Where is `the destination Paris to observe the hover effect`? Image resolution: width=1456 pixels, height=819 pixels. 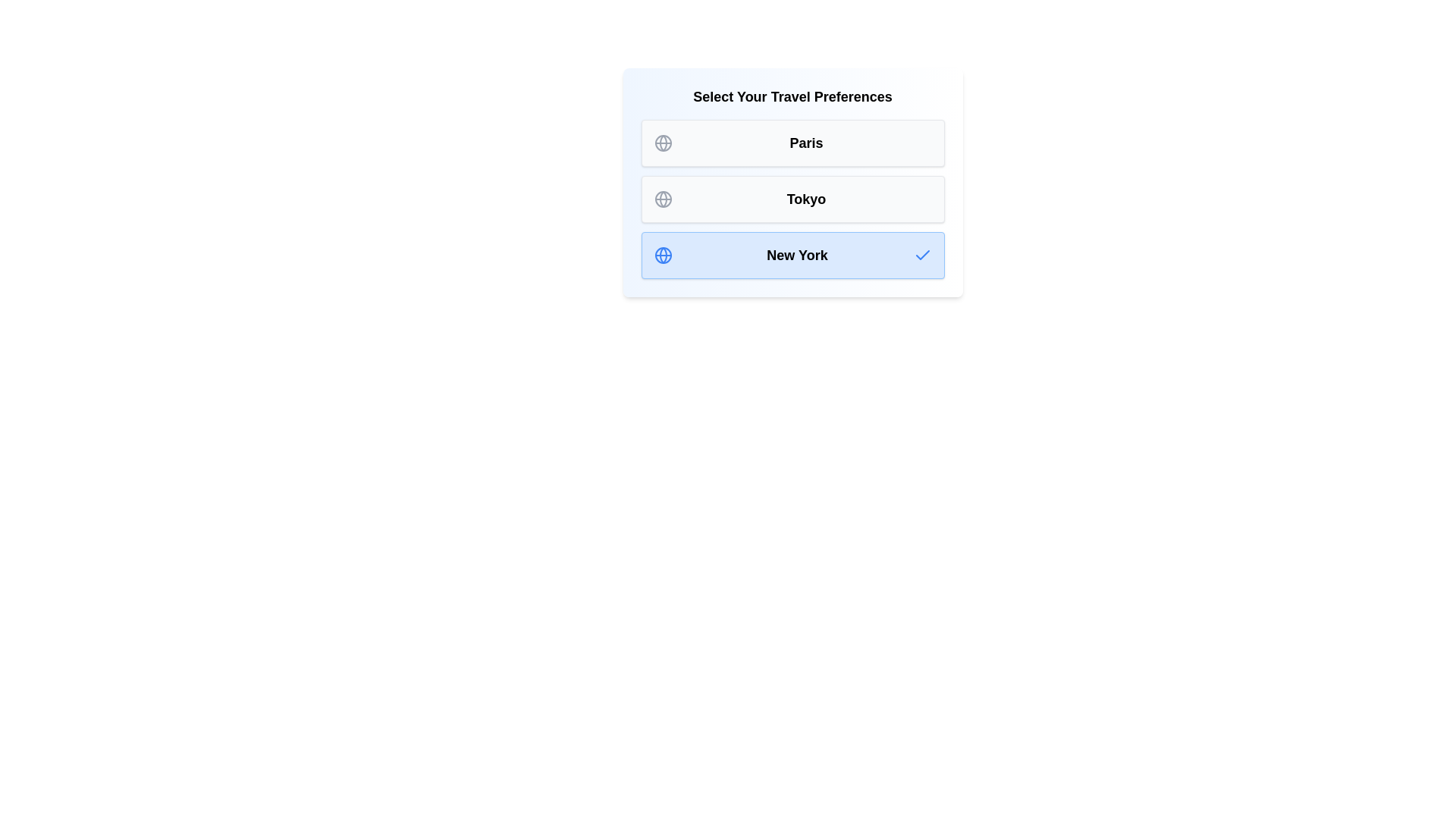
the destination Paris to observe the hover effect is located at coordinates (792, 143).